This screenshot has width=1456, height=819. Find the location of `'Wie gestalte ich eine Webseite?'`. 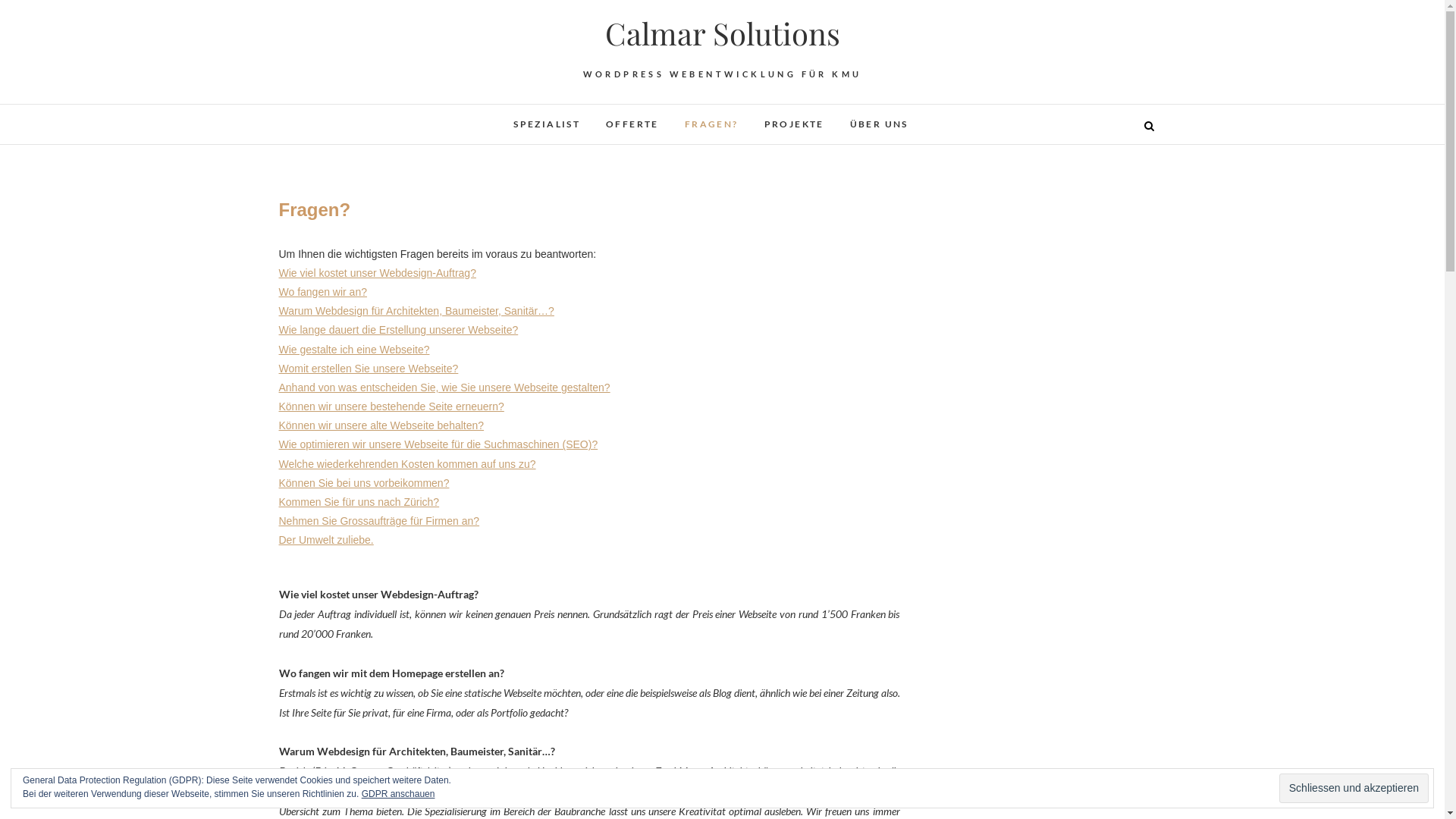

'Wie gestalte ich eine Webseite?' is located at coordinates (353, 350).